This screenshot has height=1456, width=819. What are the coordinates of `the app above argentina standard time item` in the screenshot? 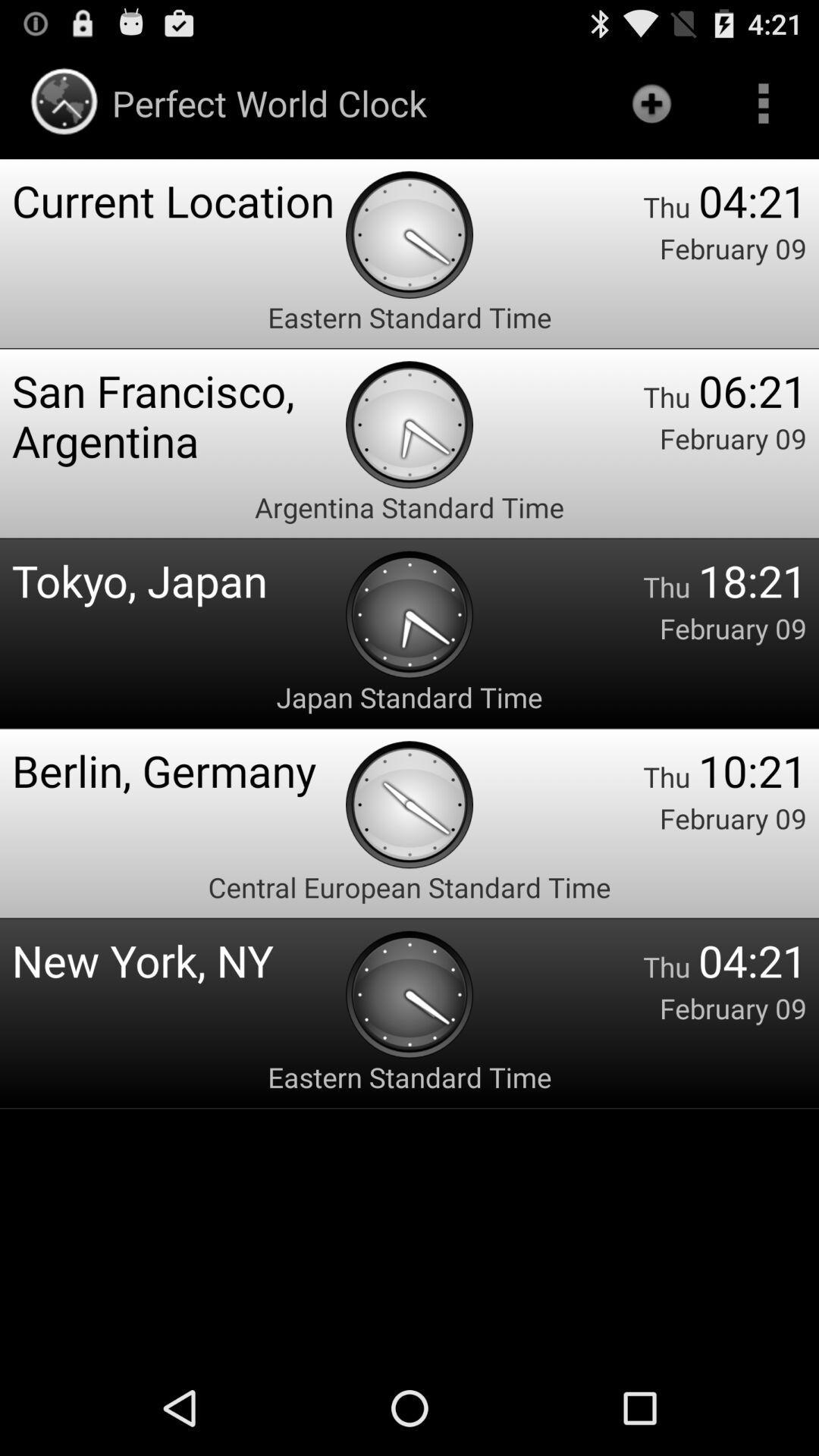 It's located at (177, 416).